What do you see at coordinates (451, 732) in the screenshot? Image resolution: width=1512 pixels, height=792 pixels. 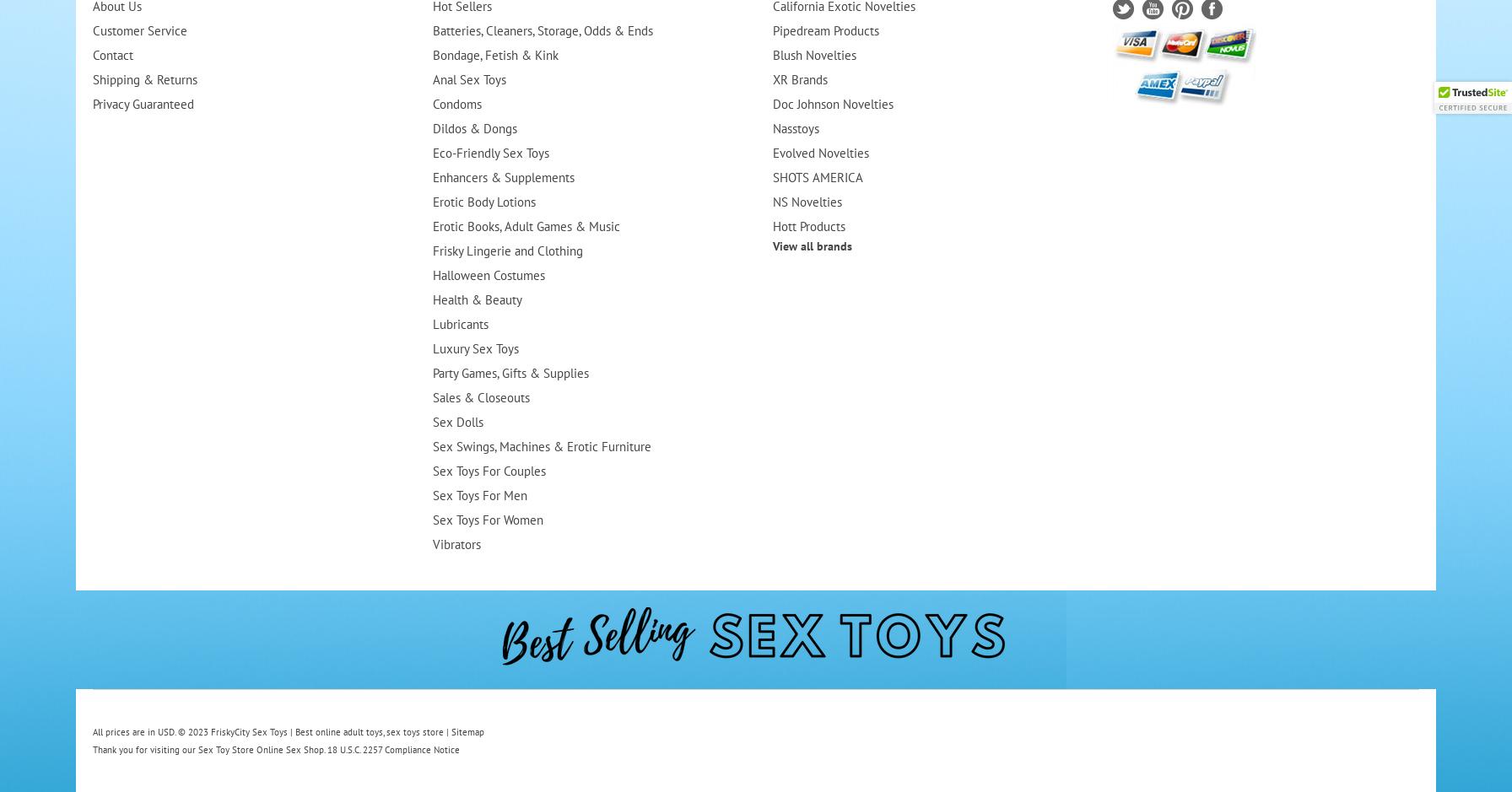 I see `'Sitemap'` at bounding box center [451, 732].